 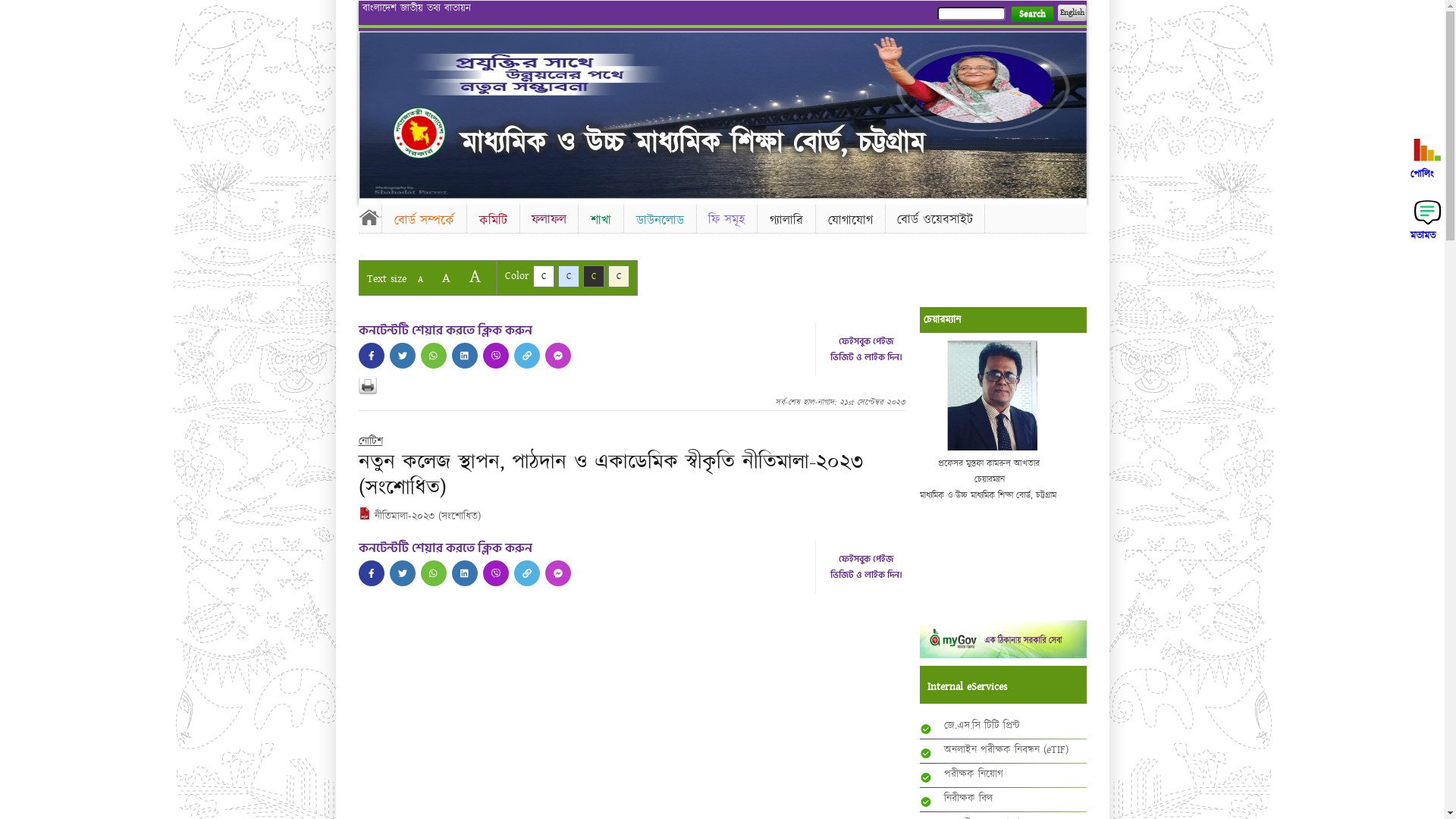 I want to click on 'C', so click(x=557, y=276).